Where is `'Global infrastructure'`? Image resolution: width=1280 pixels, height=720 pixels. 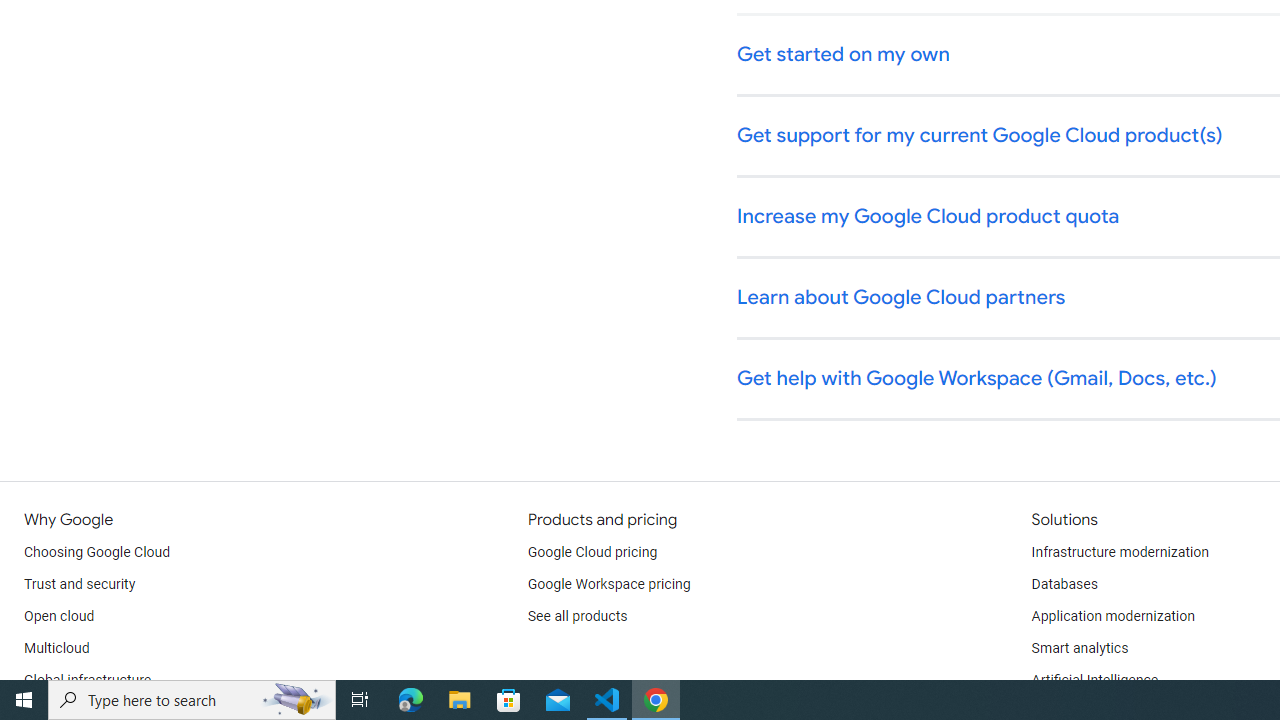
'Global infrastructure' is located at coordinates (87, 680).